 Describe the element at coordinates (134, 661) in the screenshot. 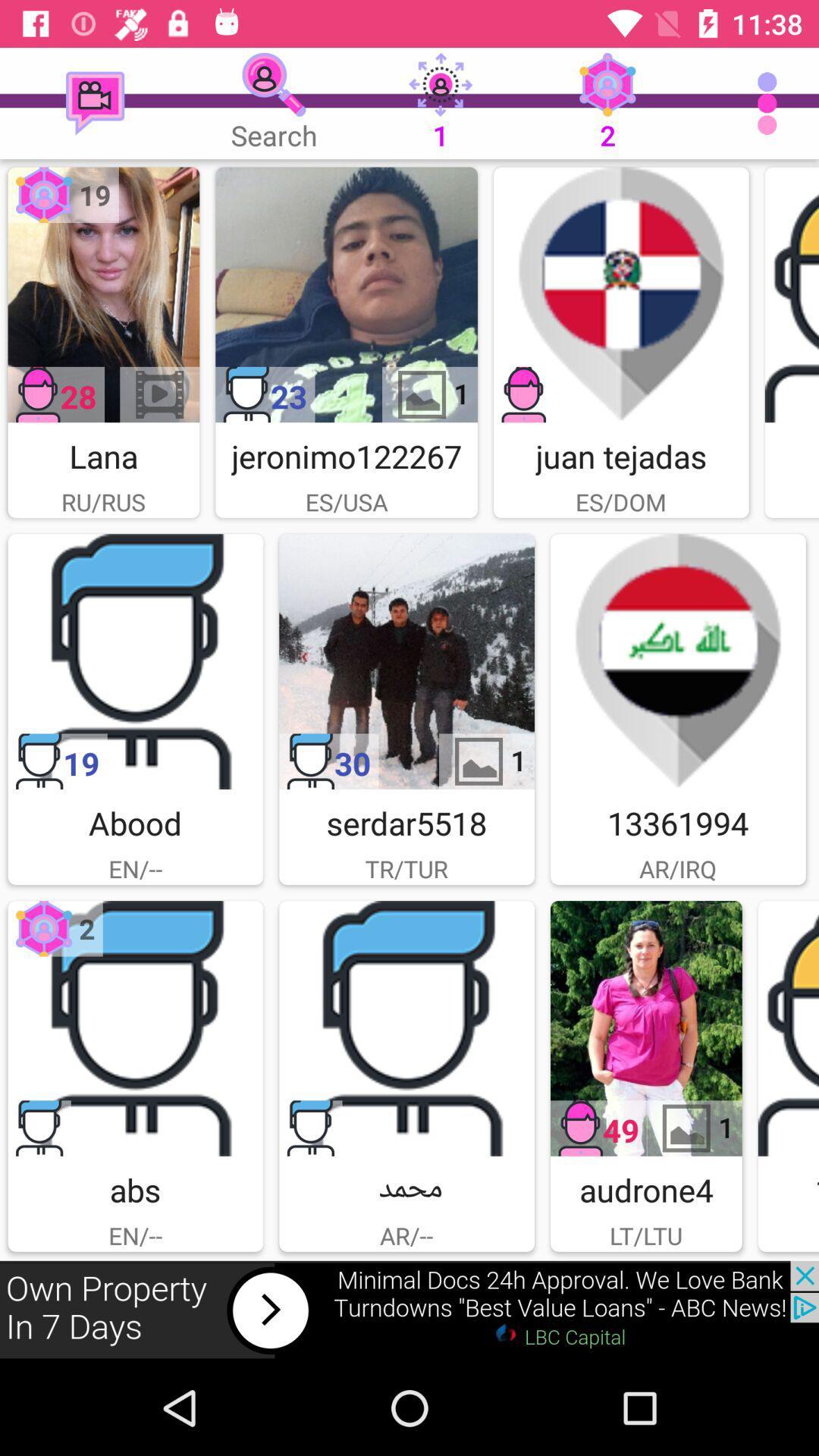

I see `person` at that location.